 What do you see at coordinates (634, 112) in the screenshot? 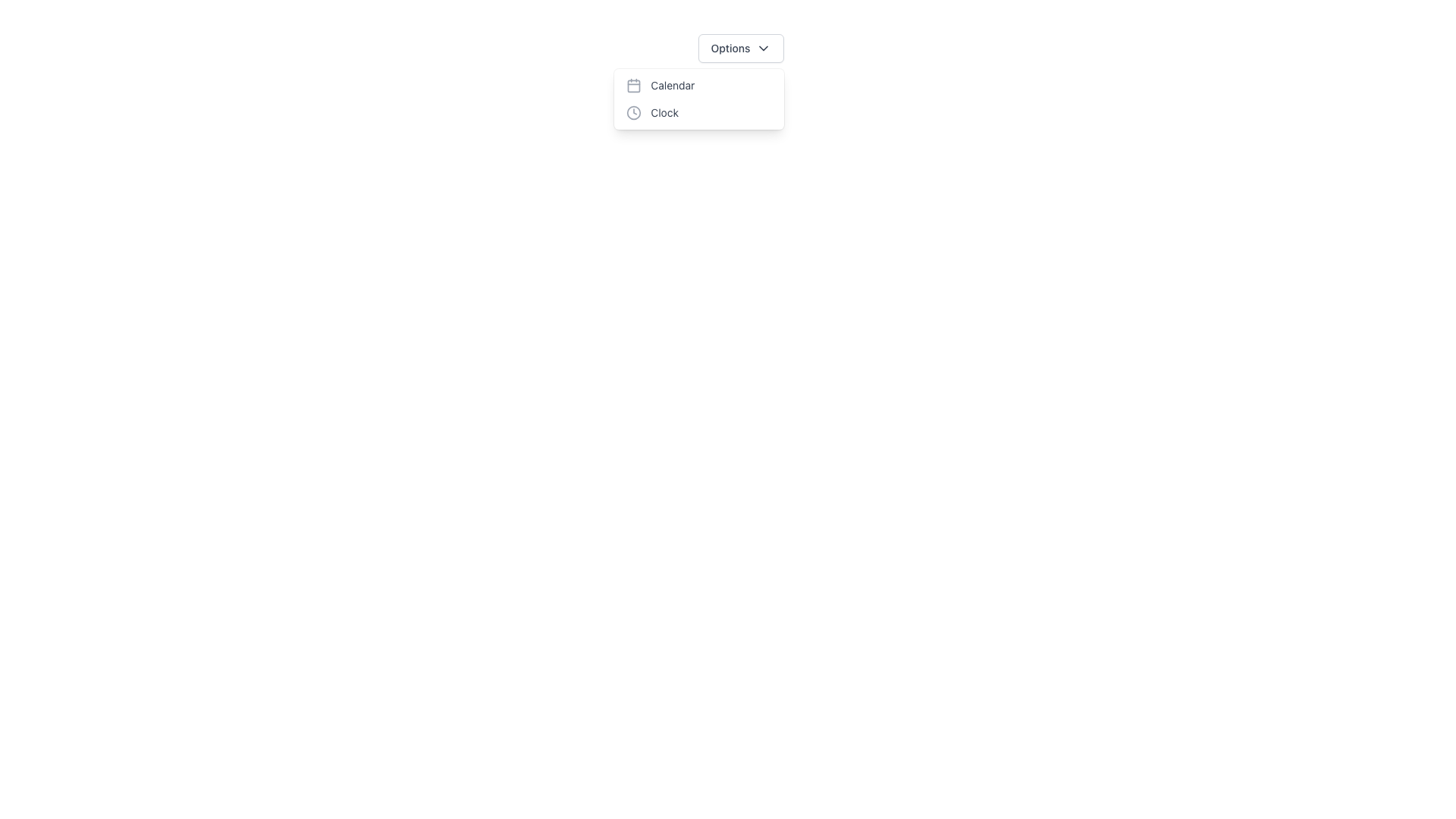
I see `the 'Clock' menu item icon, which is visually aligned with the text label and located in the leftmost part of the menu item` at bounding box center [634, 112].